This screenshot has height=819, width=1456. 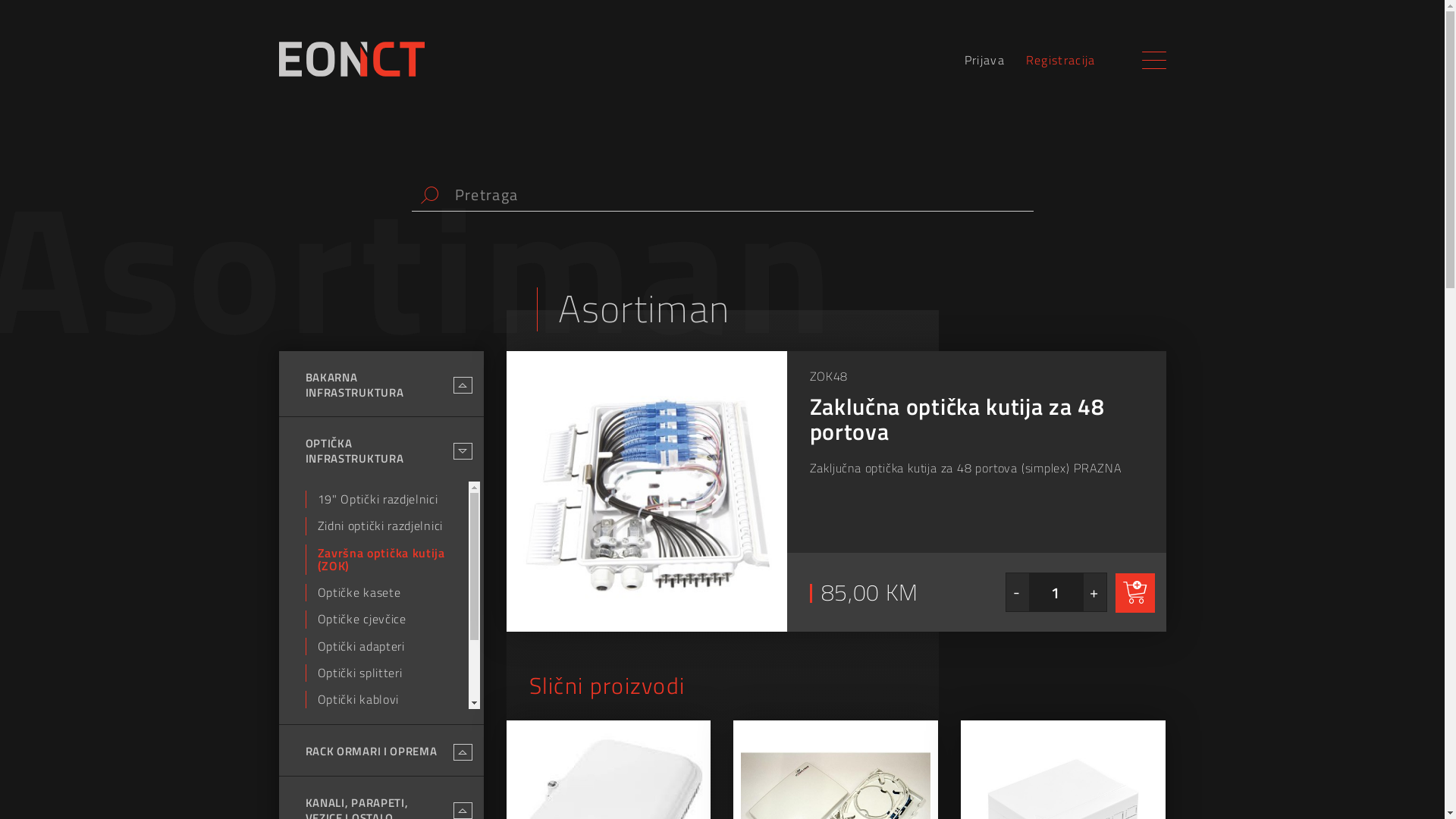 I want to click on 'RACK ORMARI I OPREMA', so click(x=371, y=752).